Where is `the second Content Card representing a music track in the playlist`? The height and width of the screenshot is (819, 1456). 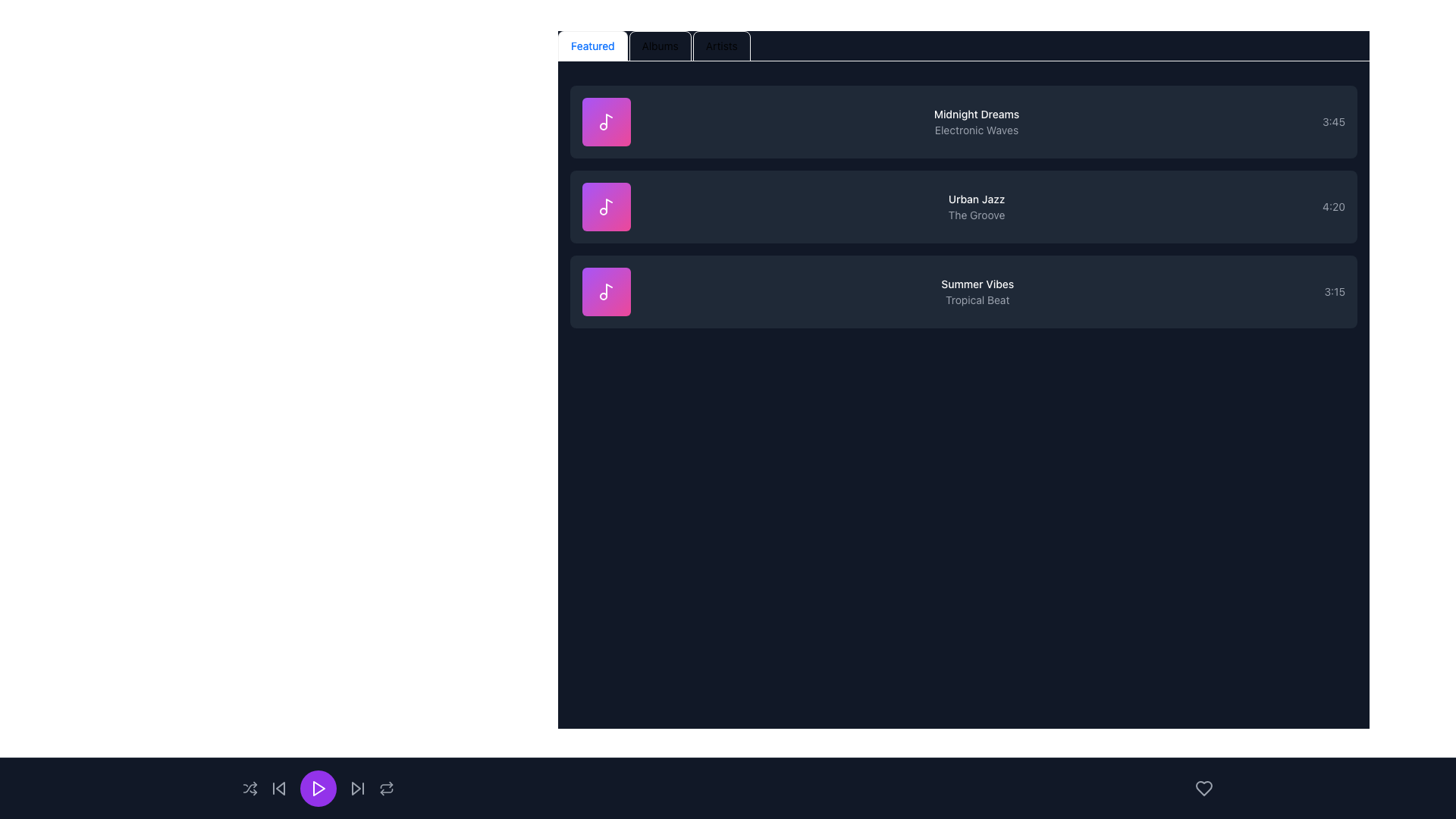
the second Content Card representing a music track in the playlist is located at coordinates (963, 207).